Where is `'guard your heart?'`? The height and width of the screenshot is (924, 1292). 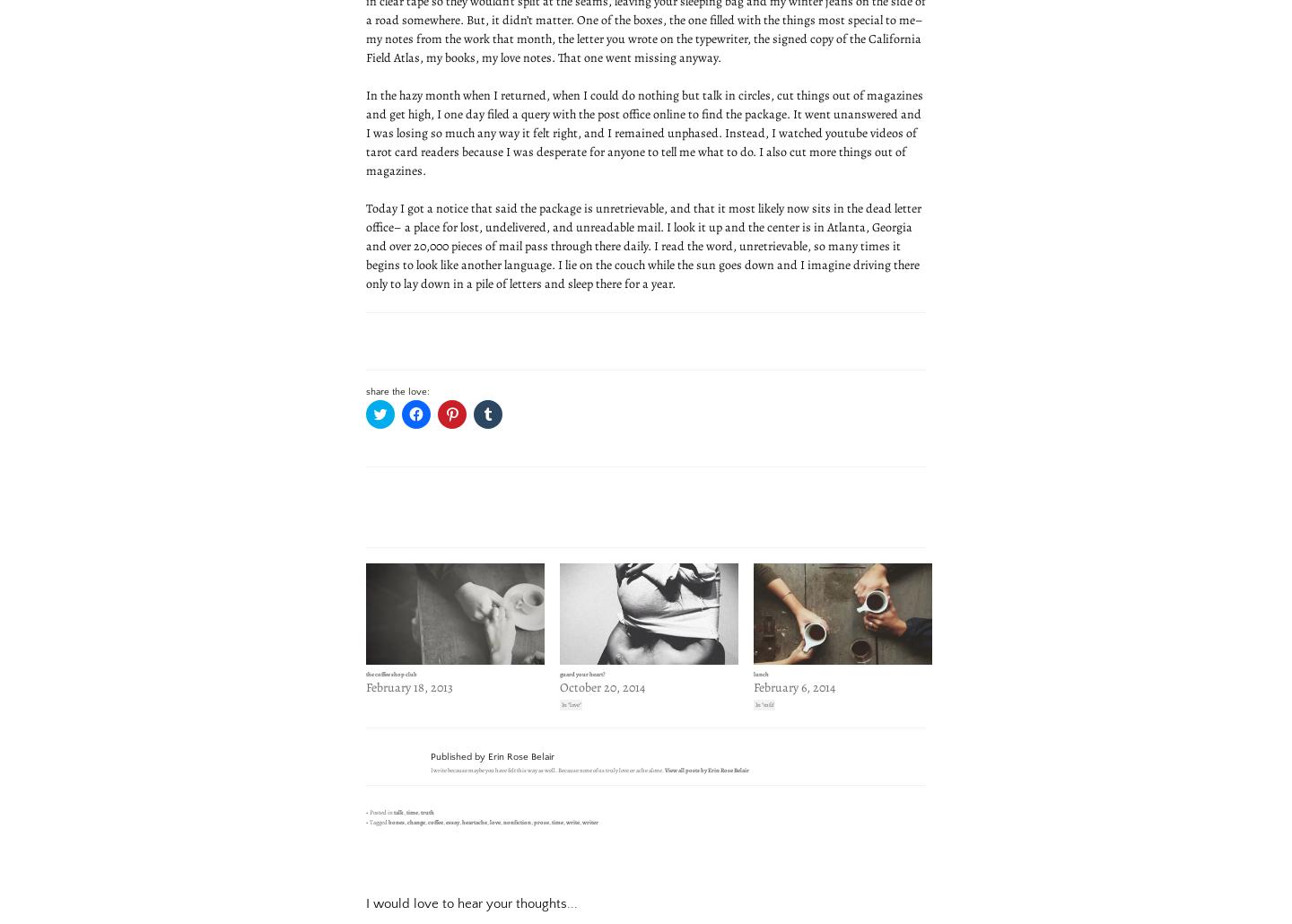
'guard your heart?' is located at coordinates (558, 673).